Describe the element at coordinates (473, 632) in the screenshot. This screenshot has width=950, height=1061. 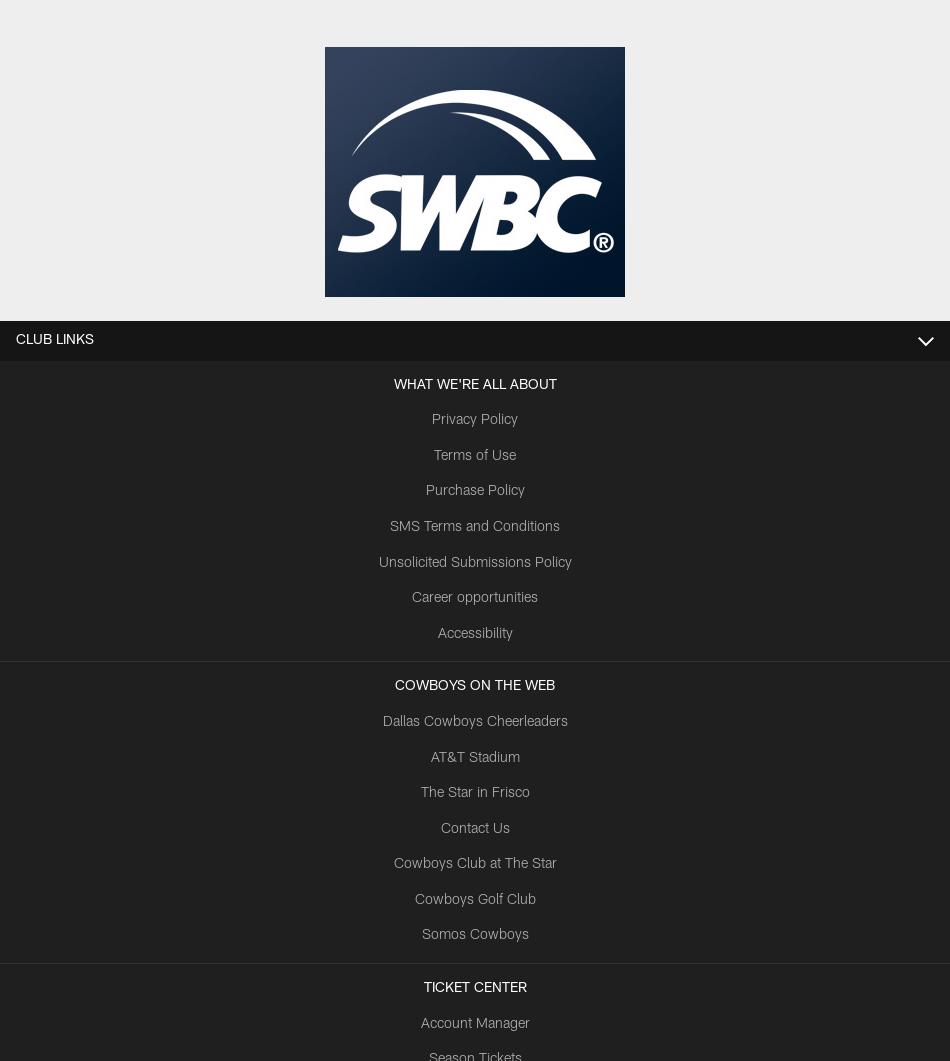
I see `'Accessibility'` at that location.